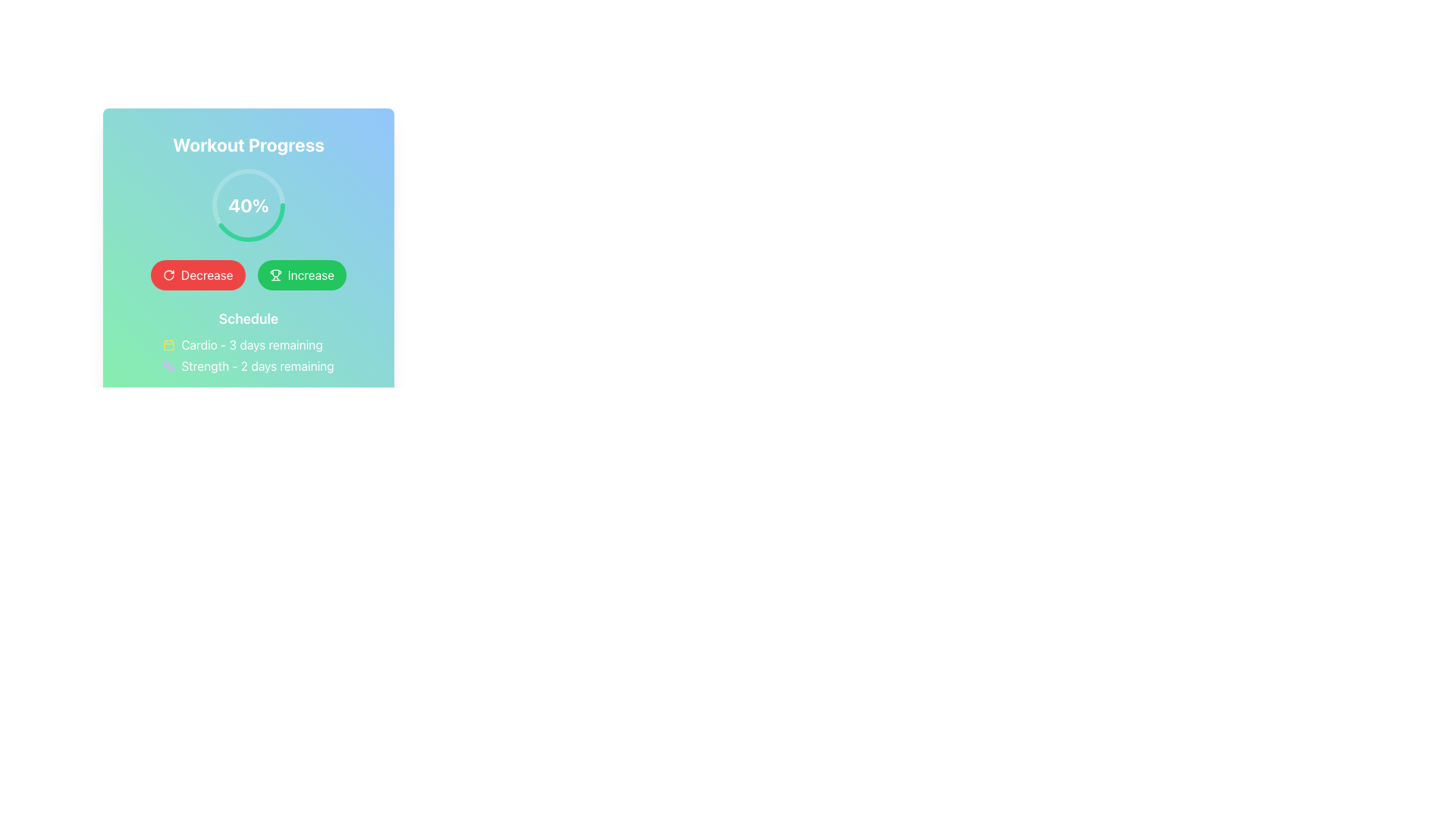 This screenshot has height=819, width=1456. I want to click on the text label displaying 'Cardio - 3 days remaining' with a yellow calendar icon, which is the first item in the 'Schedule' group, so click(248, 345).